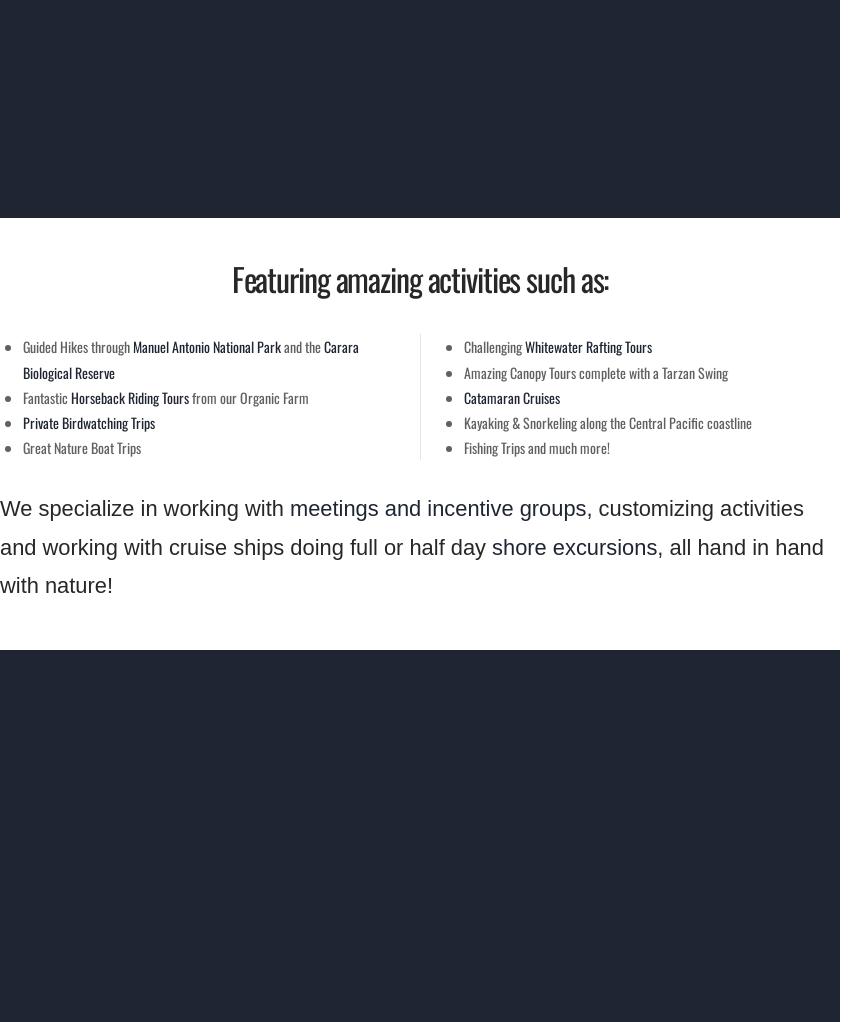 The image size is (868, 1022). I want to click on 'Guided Hikes through', so click(78, 346).